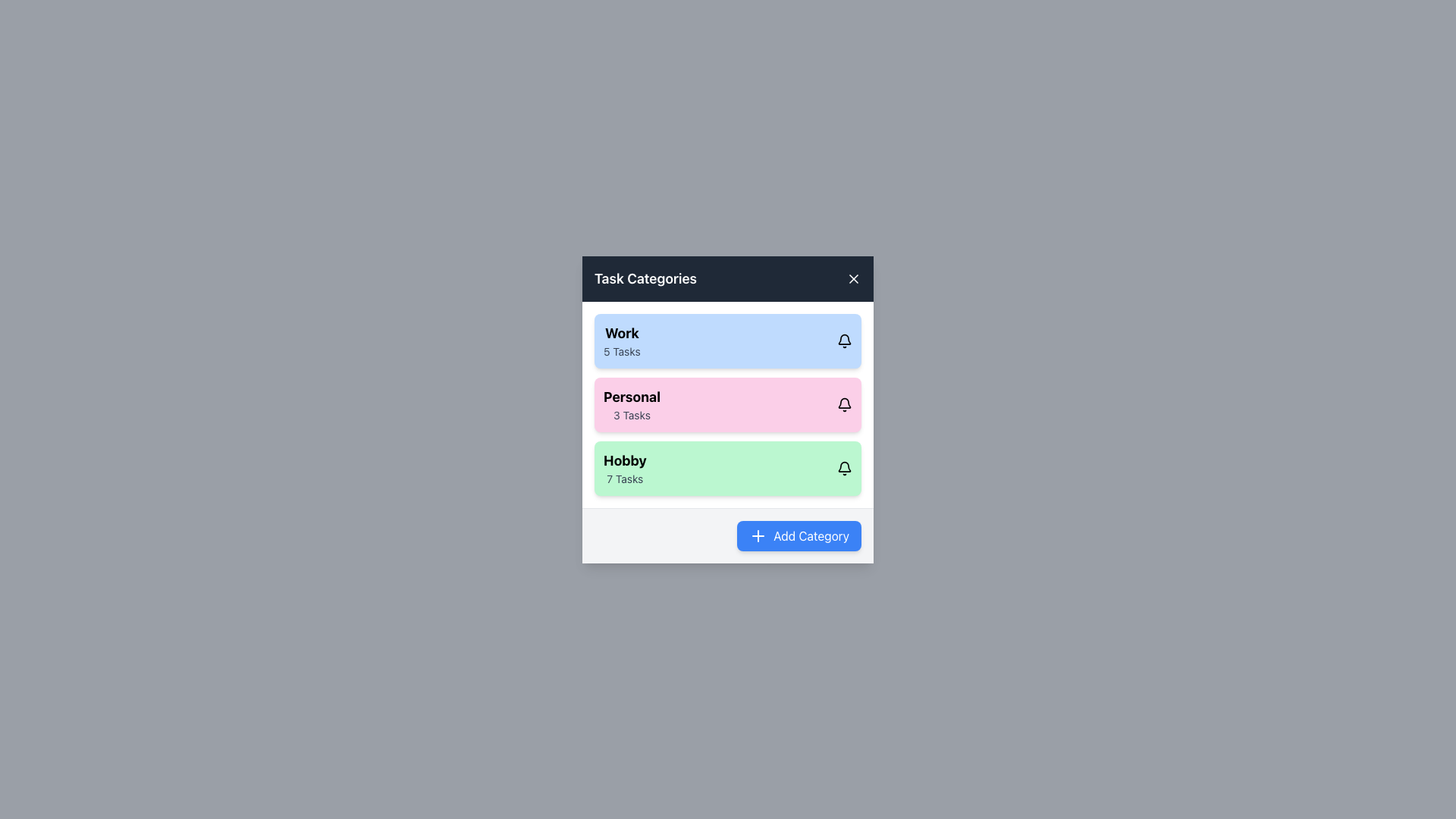 Image resolution: width=1456 pixels, height=819 pixels. Describe the element at coordinates (854, 278) in the screenshot. I see `the close button located at the top-right corner of the 'Task Categories' header` at that location.